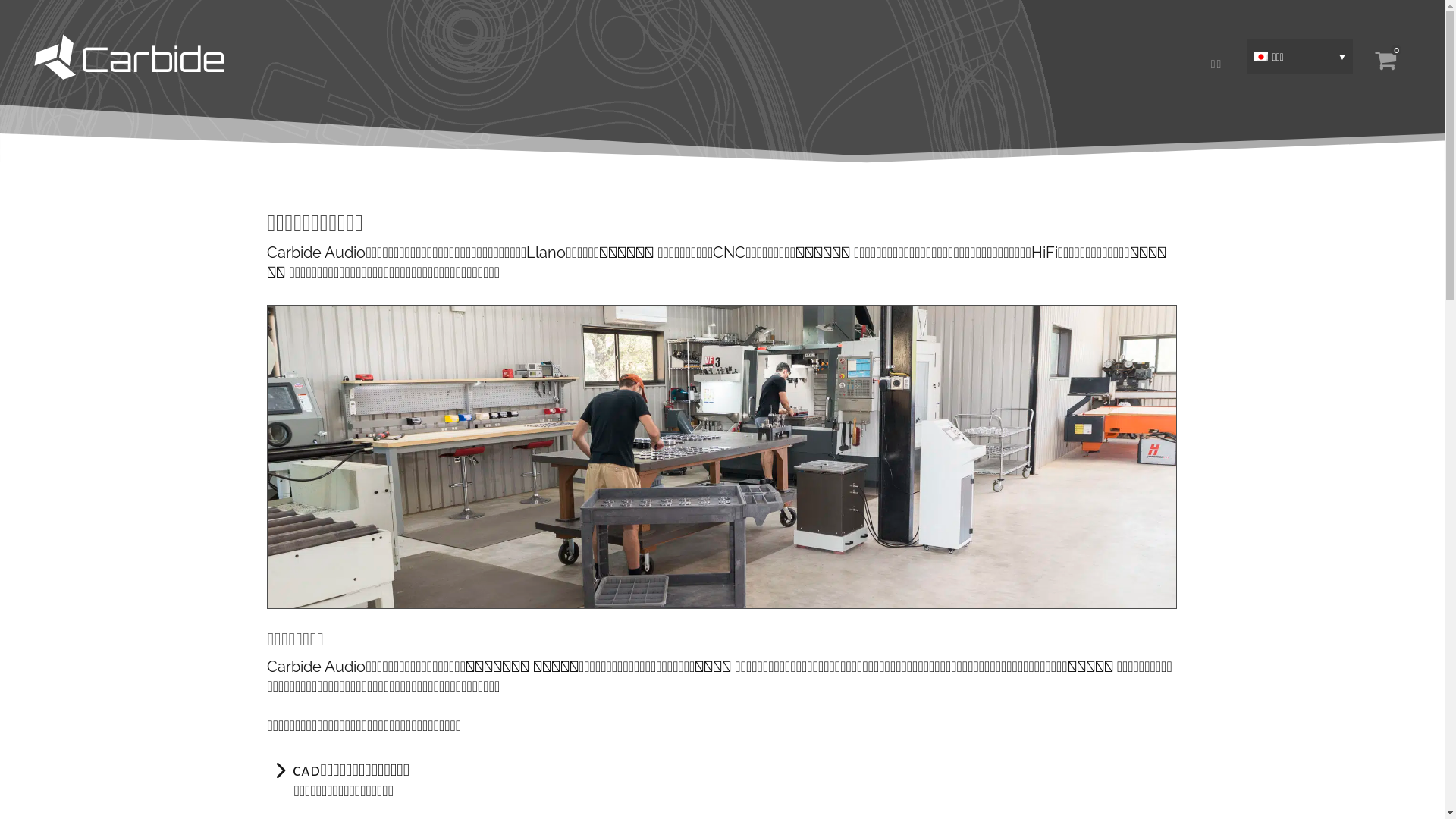  What do you see at coordinates (1375, 58) in the screenshot?
I see `'0'` at bounding box center [1375, 58].